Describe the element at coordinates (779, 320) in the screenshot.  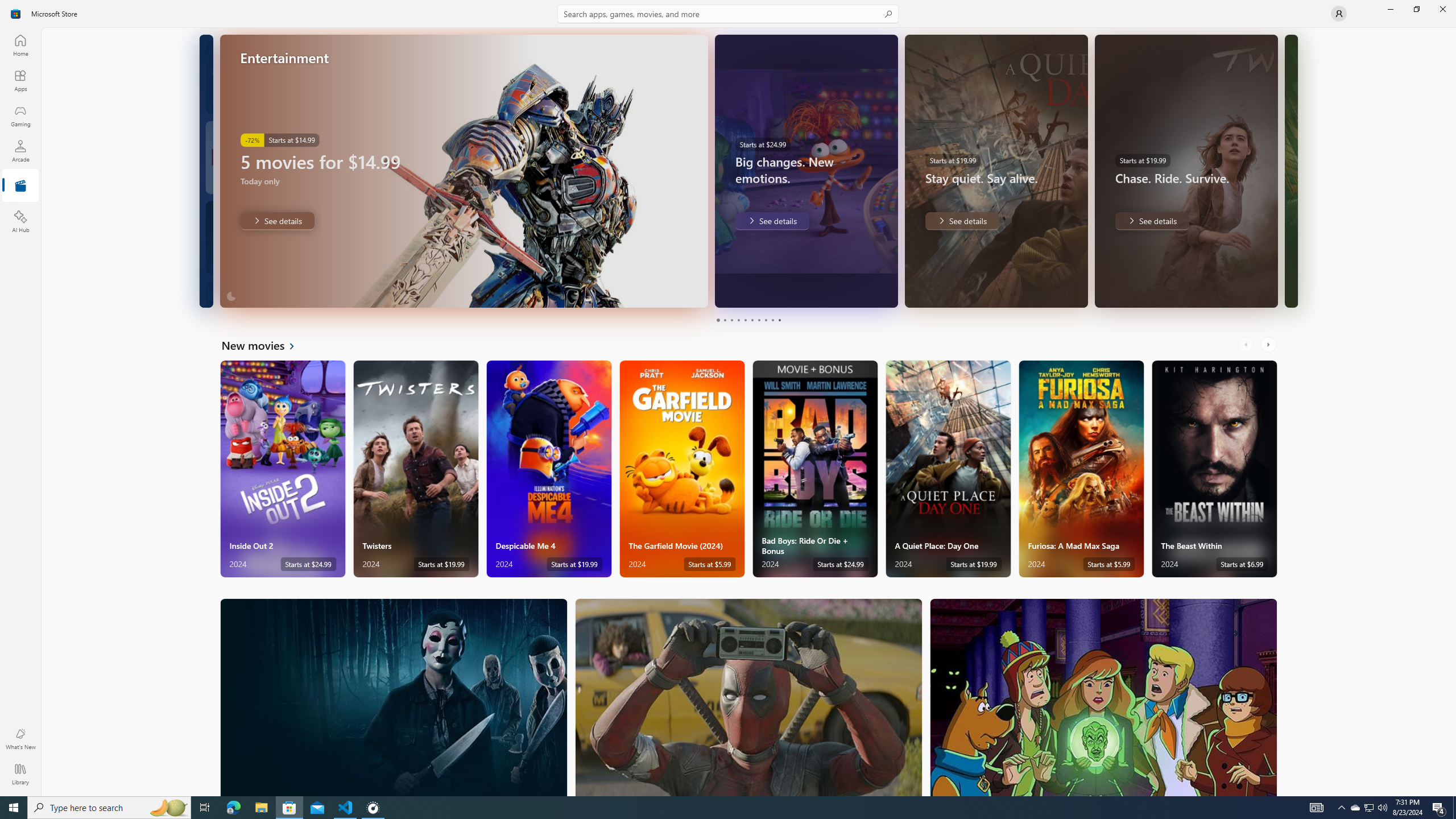
I see `'Page 10'` at that location.